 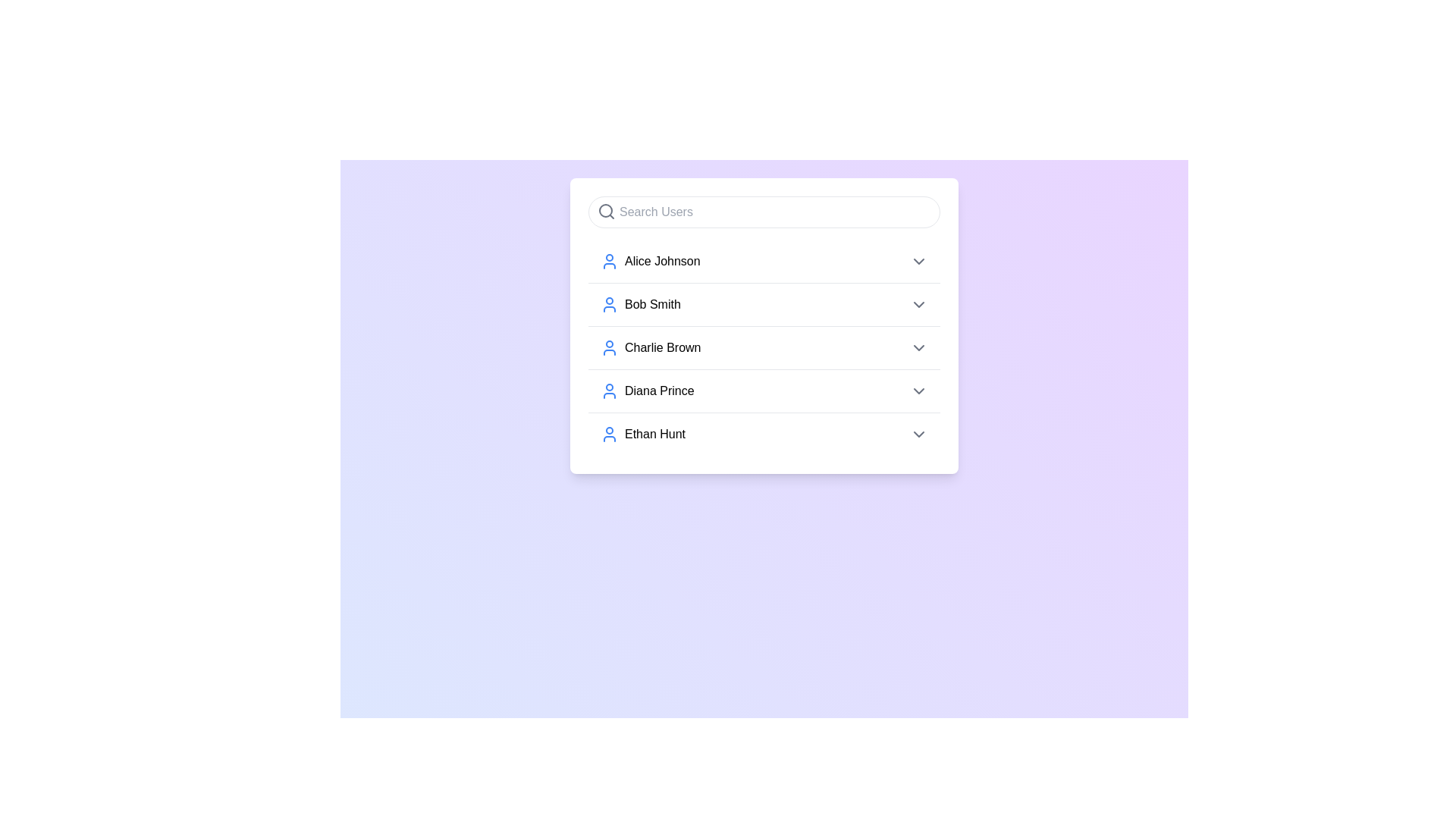 I want to click on the third selectable list item containing the user name 'Charlie Brown', so click(x=764, y=347).